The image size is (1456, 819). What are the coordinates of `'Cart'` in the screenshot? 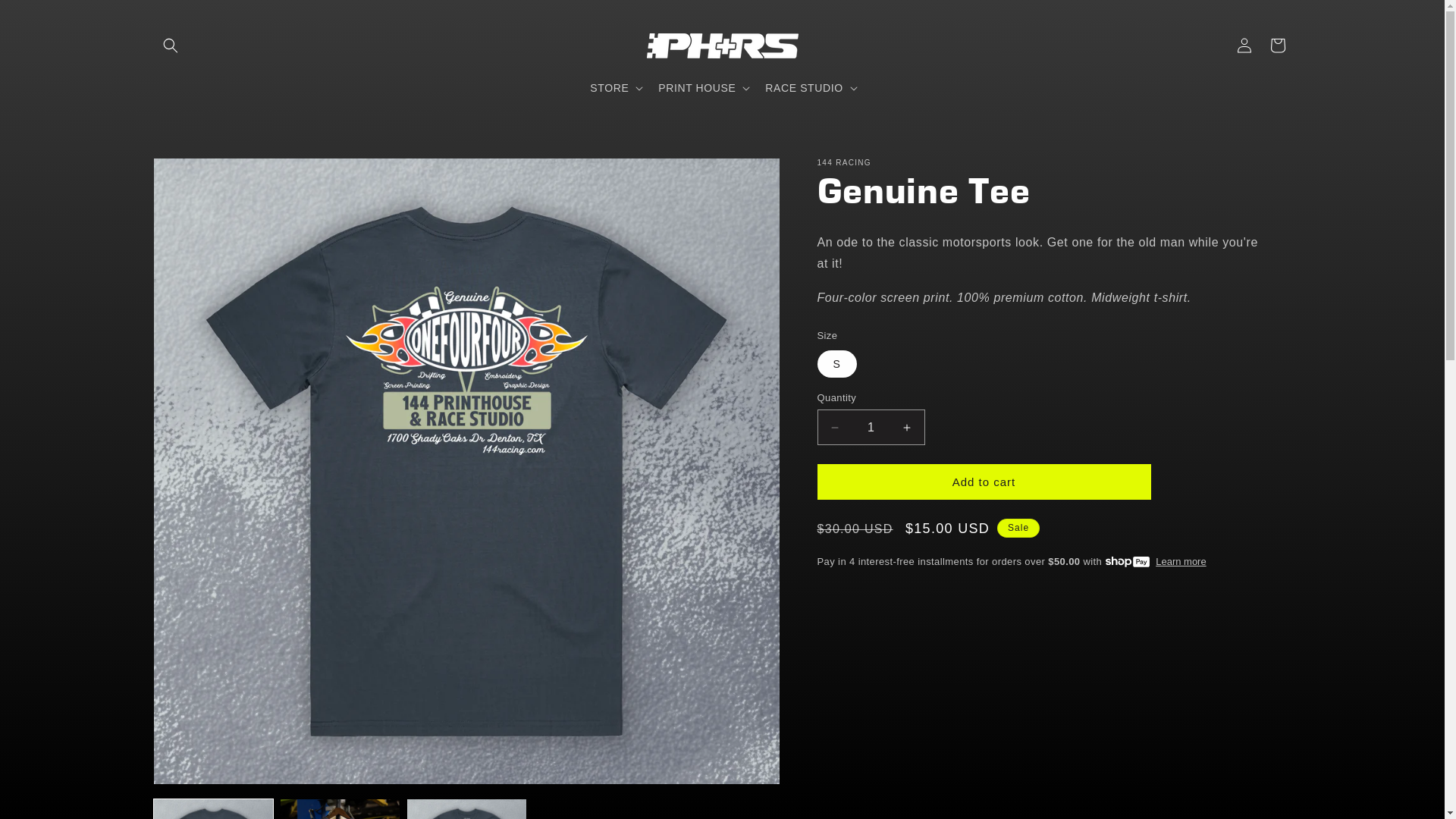 It's located at (1276, 45).